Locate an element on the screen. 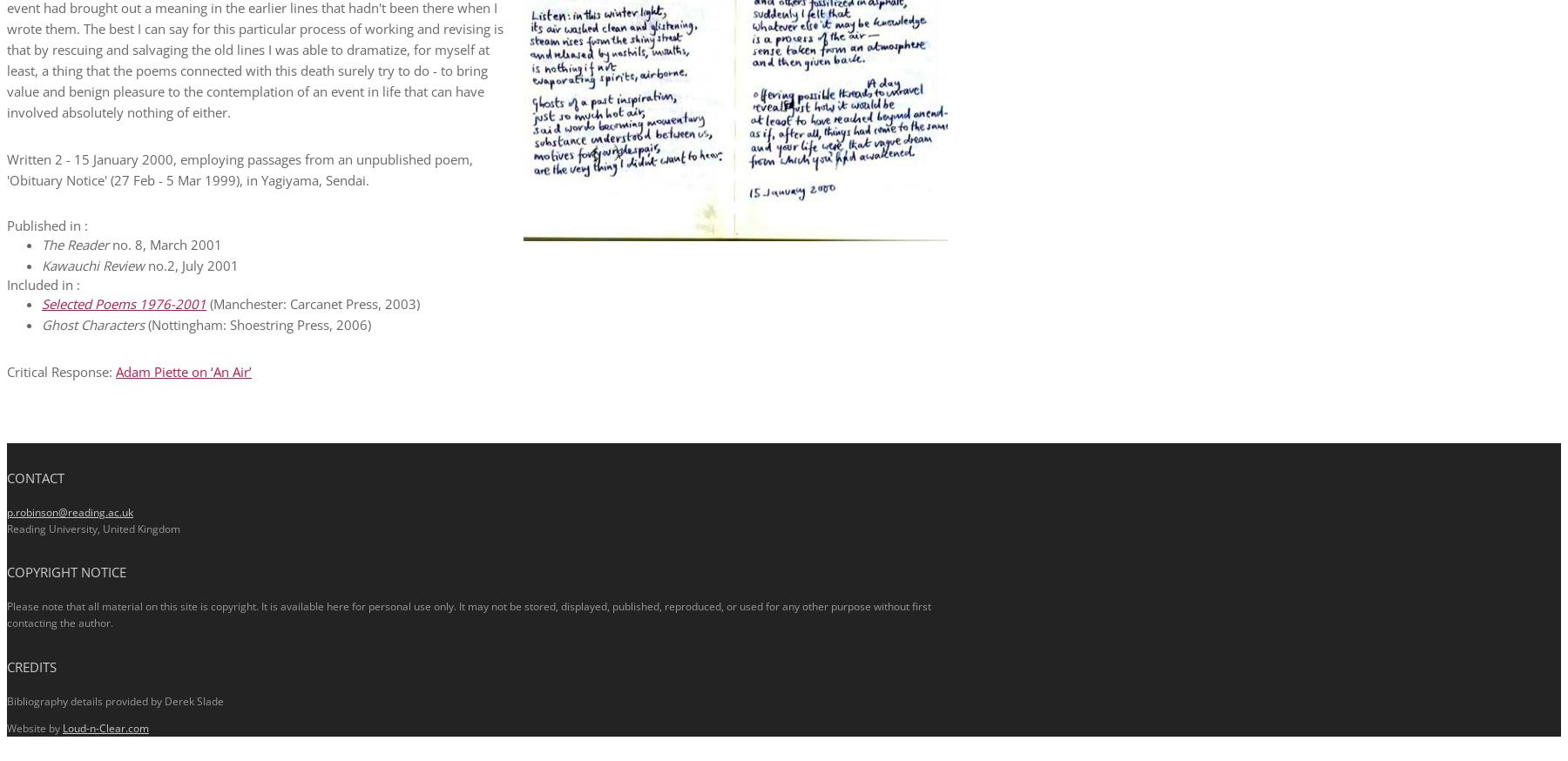 This screenshot has width=1568, height=761. 'Included in
		:' is located at coordinates (43, 283).